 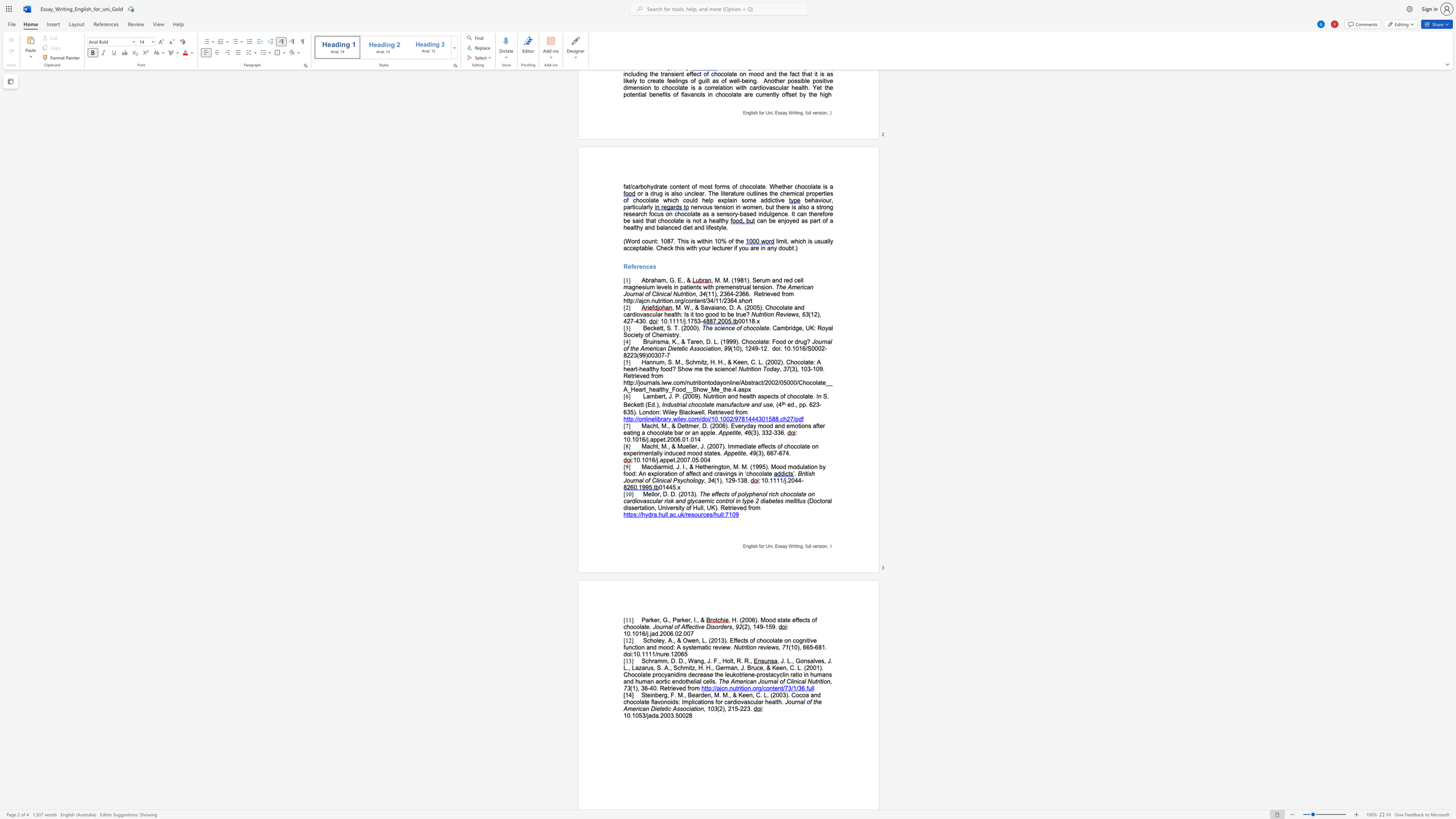 What do you see at coordinates (630, 688) in the screenshot?
I see `the subset text "(1), 36-40. Retri" within the text "(1), 36-40. Retrieved from"` at bounding box center [630, 688].